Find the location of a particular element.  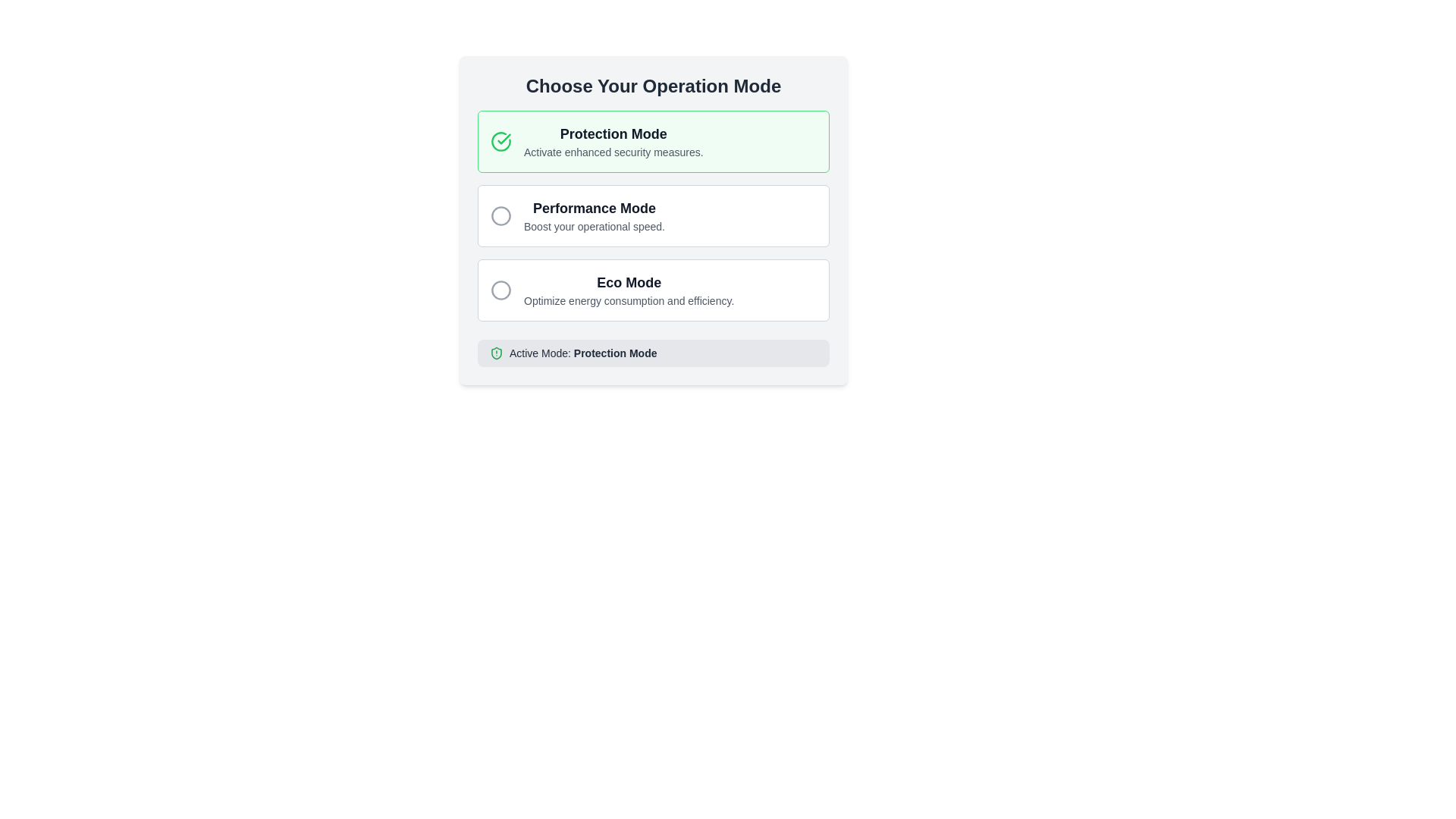

the circular icon with a light gray border located to the left of the 'Performance Mode' text for information is located at coordinates (501, 216).